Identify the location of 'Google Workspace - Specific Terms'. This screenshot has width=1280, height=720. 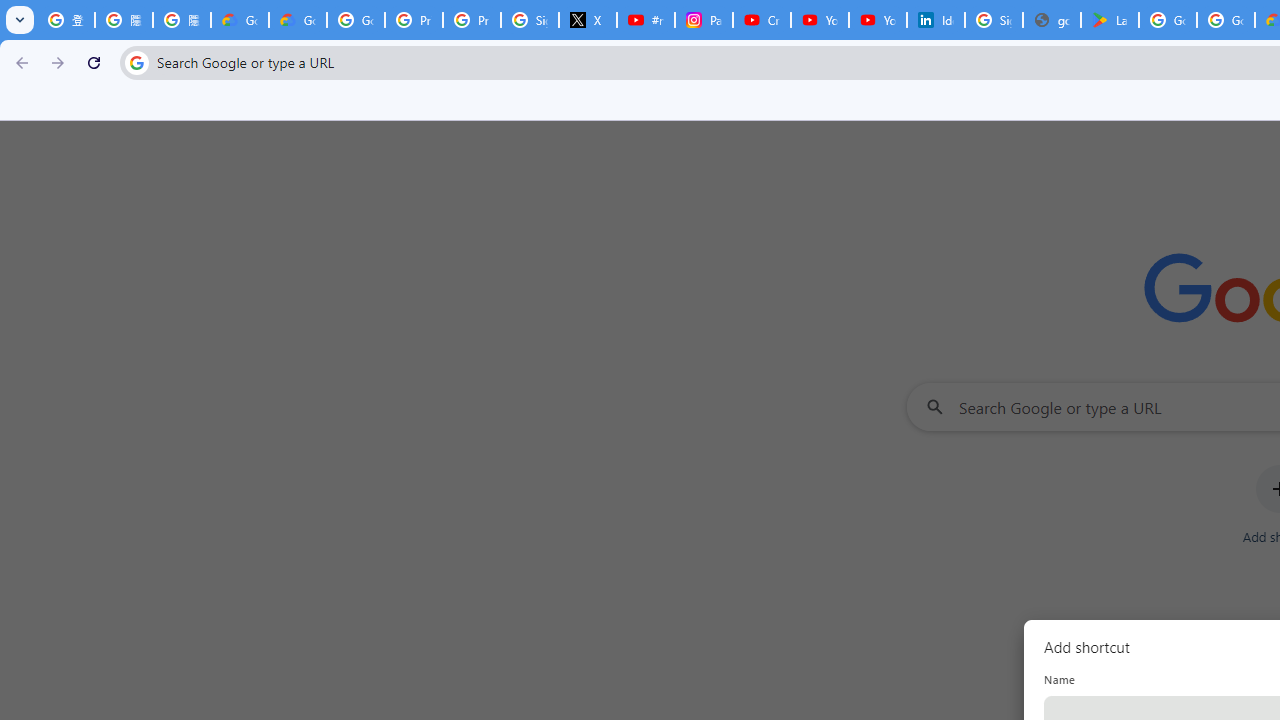
(1225, 20).